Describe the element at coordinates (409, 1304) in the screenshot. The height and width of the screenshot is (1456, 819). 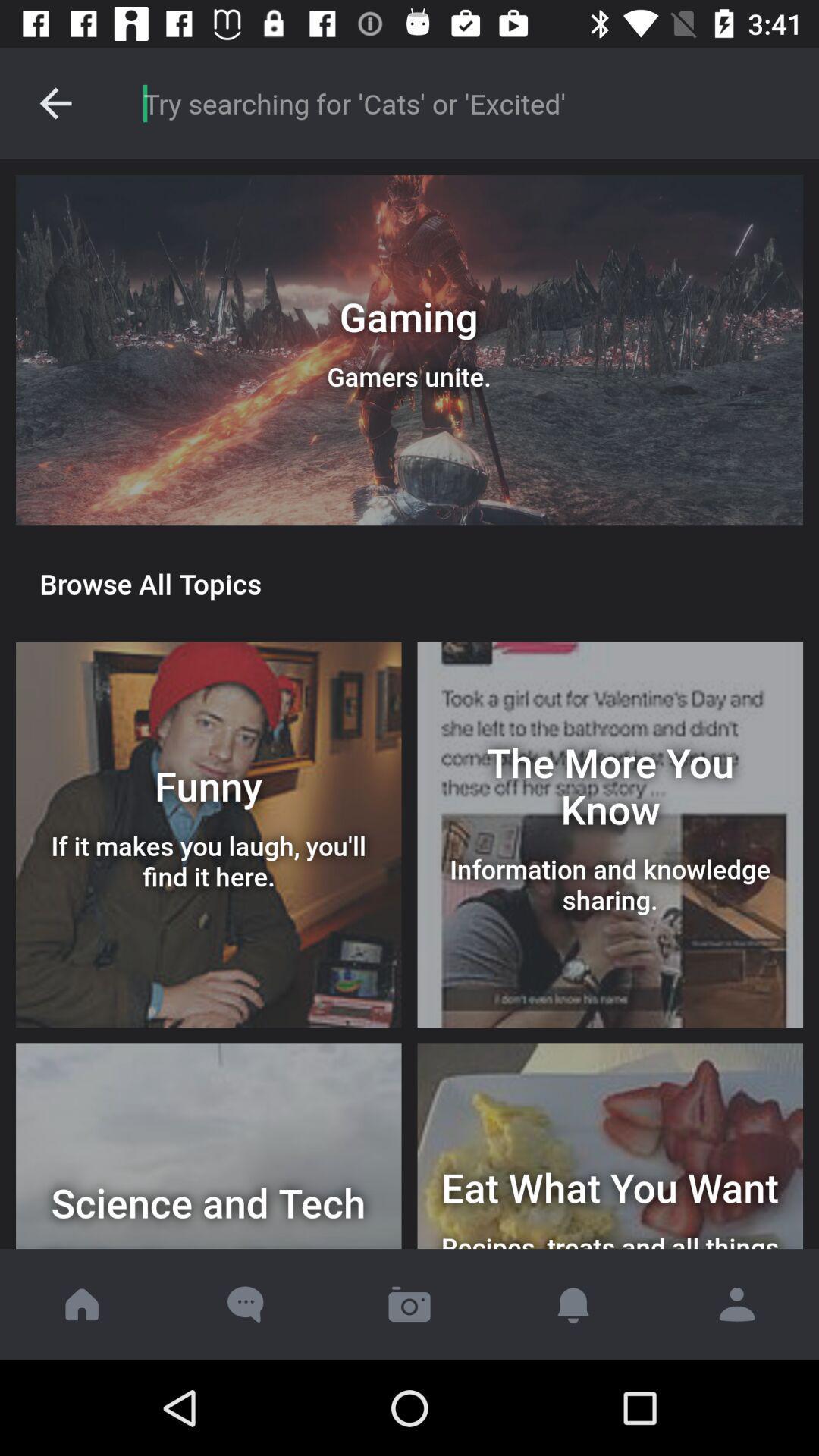
I see `open camera to take picture for upload` at that location.